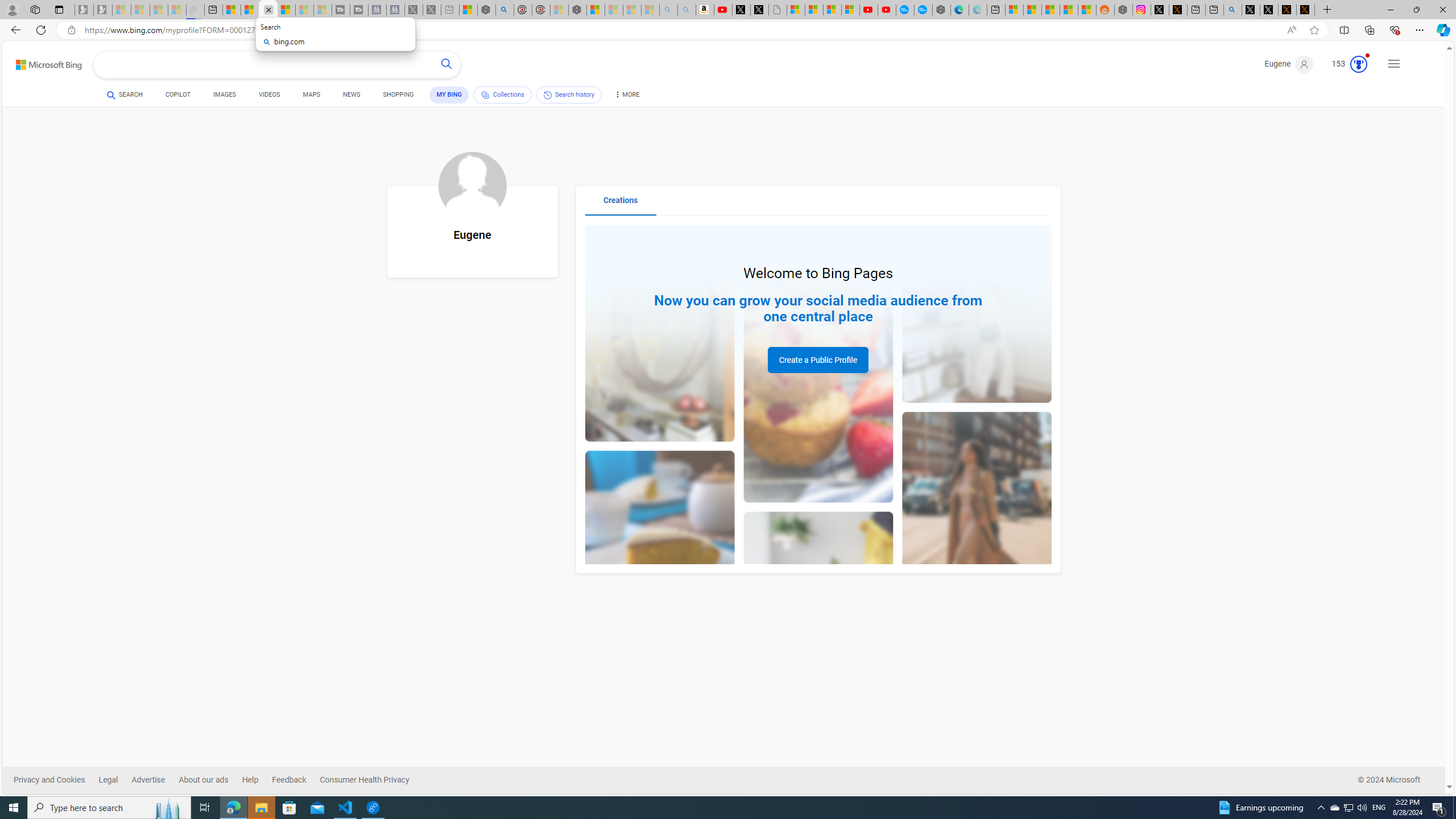 The height and width of the screenshot is (819, 1456). I want to click on 'Search button', so click(446, 65).